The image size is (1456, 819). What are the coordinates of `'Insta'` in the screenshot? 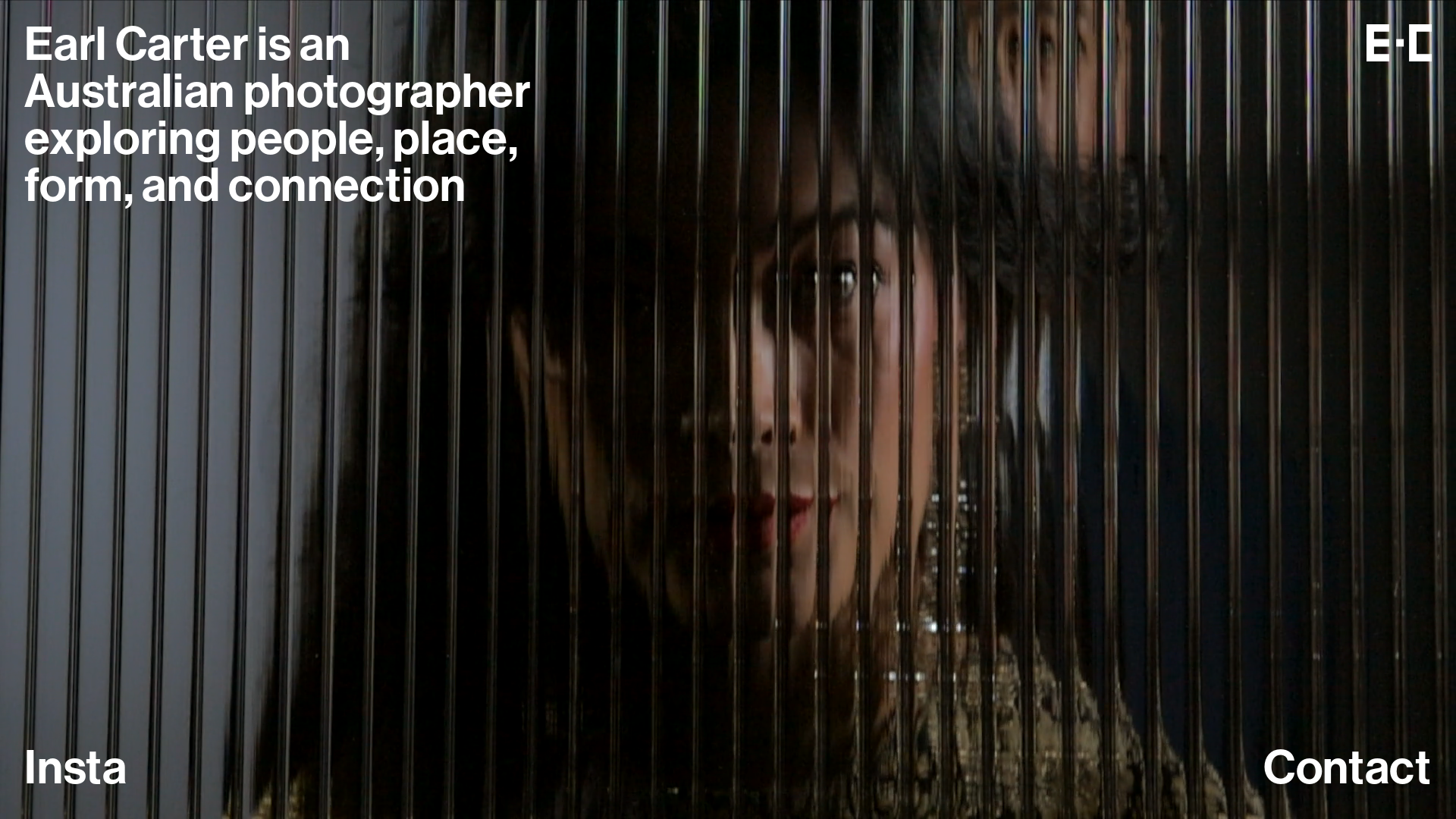 It's located at (74, 771).